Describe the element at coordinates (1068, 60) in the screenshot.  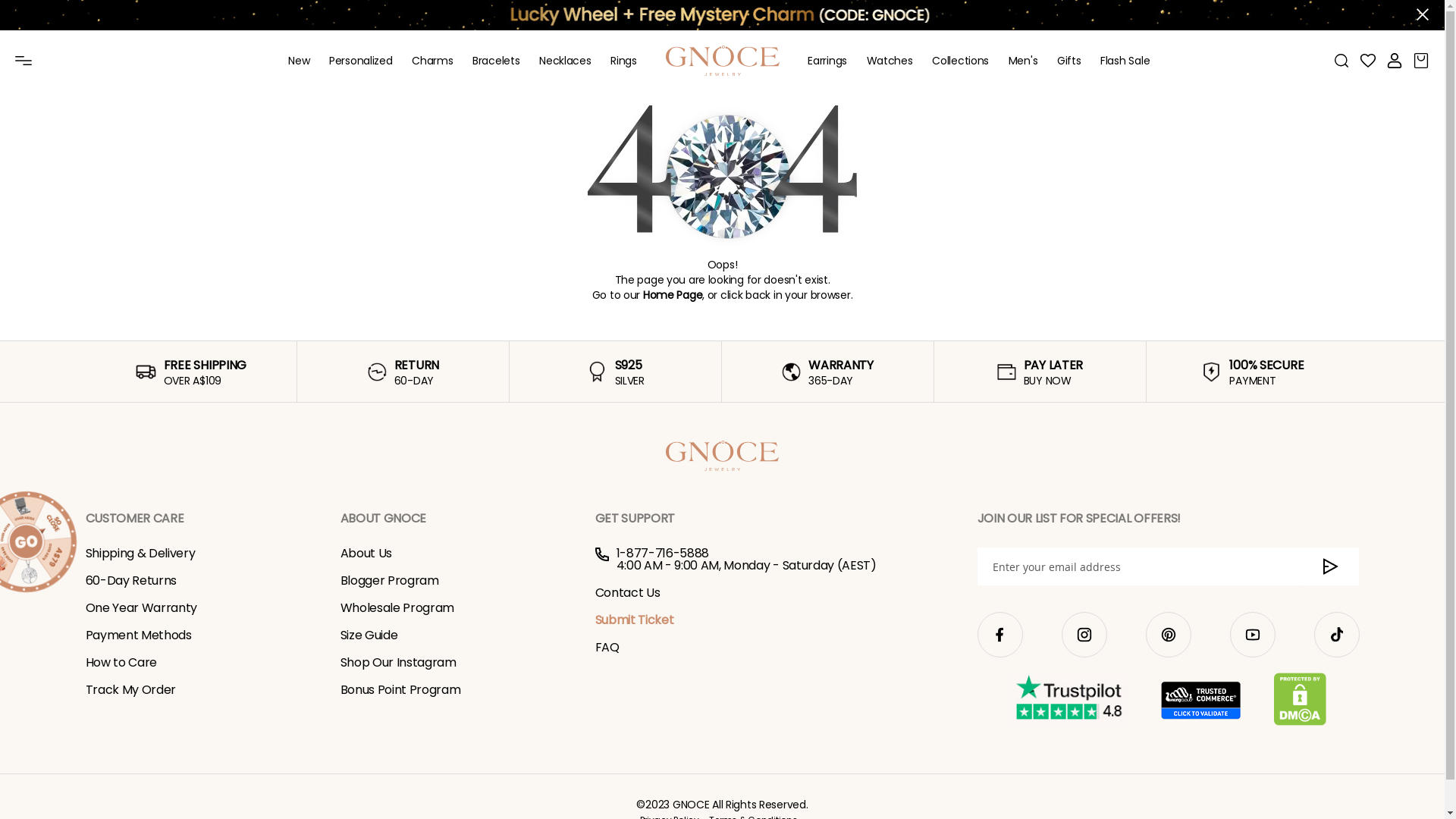
I see `'Gifts'` at that location.